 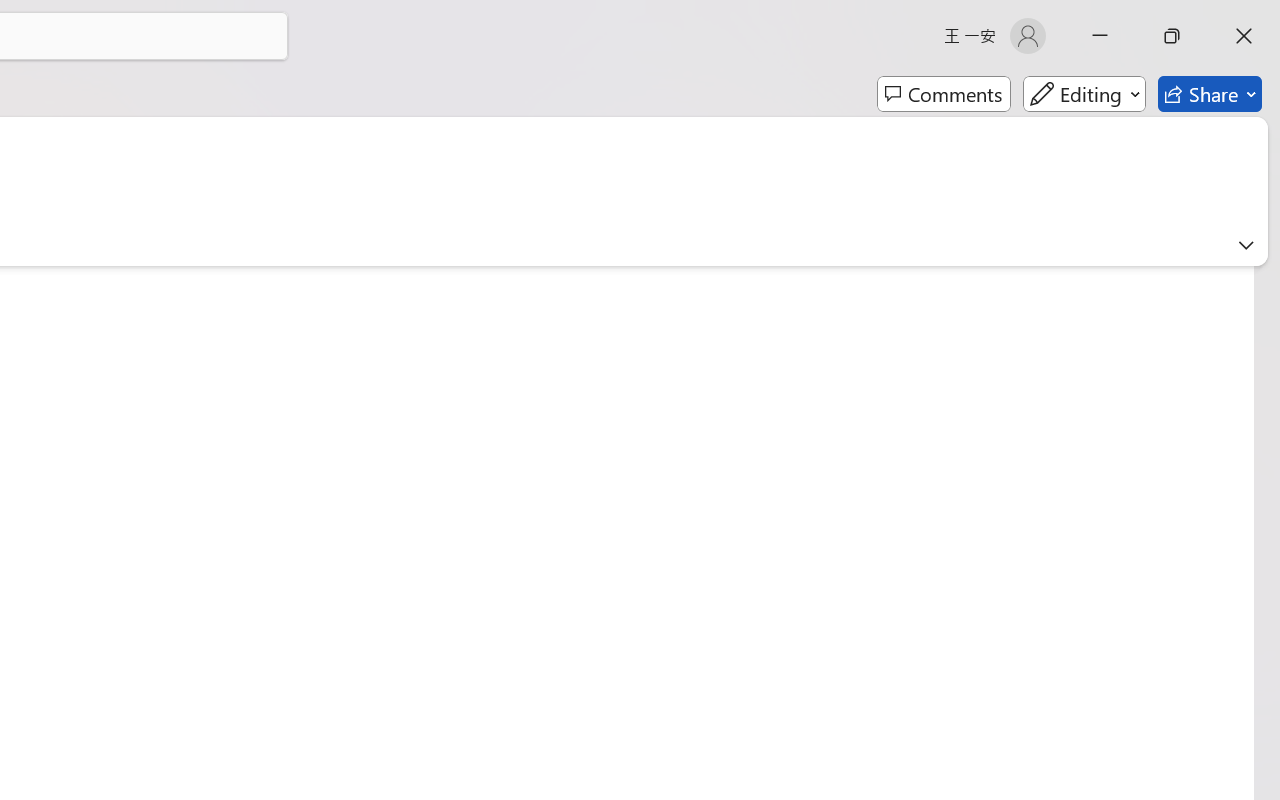 I want to click on 'Ribbon Display Options', so click(x=1245, y=244).